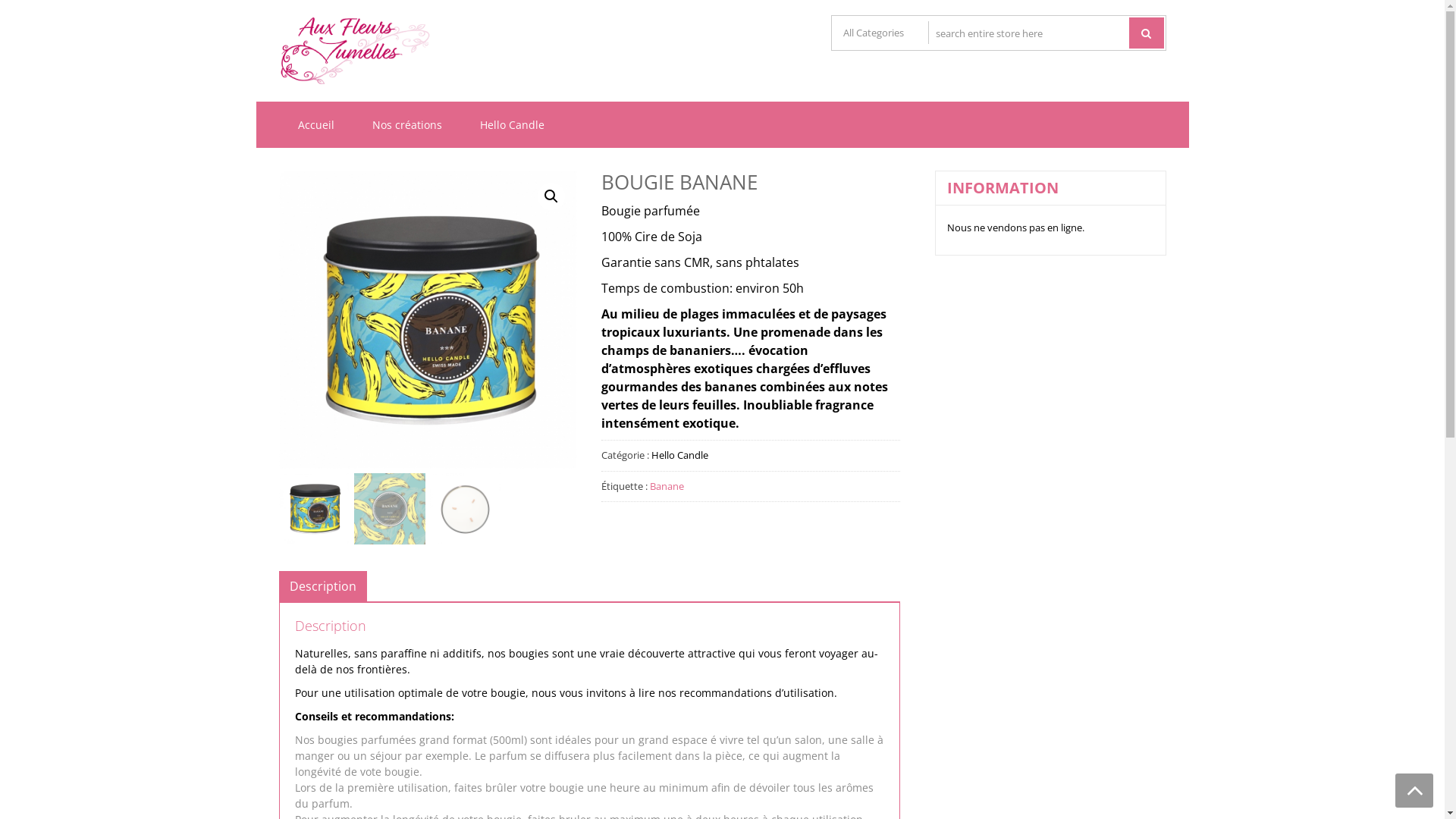  I want to click on 'Description', so click(322, 585).